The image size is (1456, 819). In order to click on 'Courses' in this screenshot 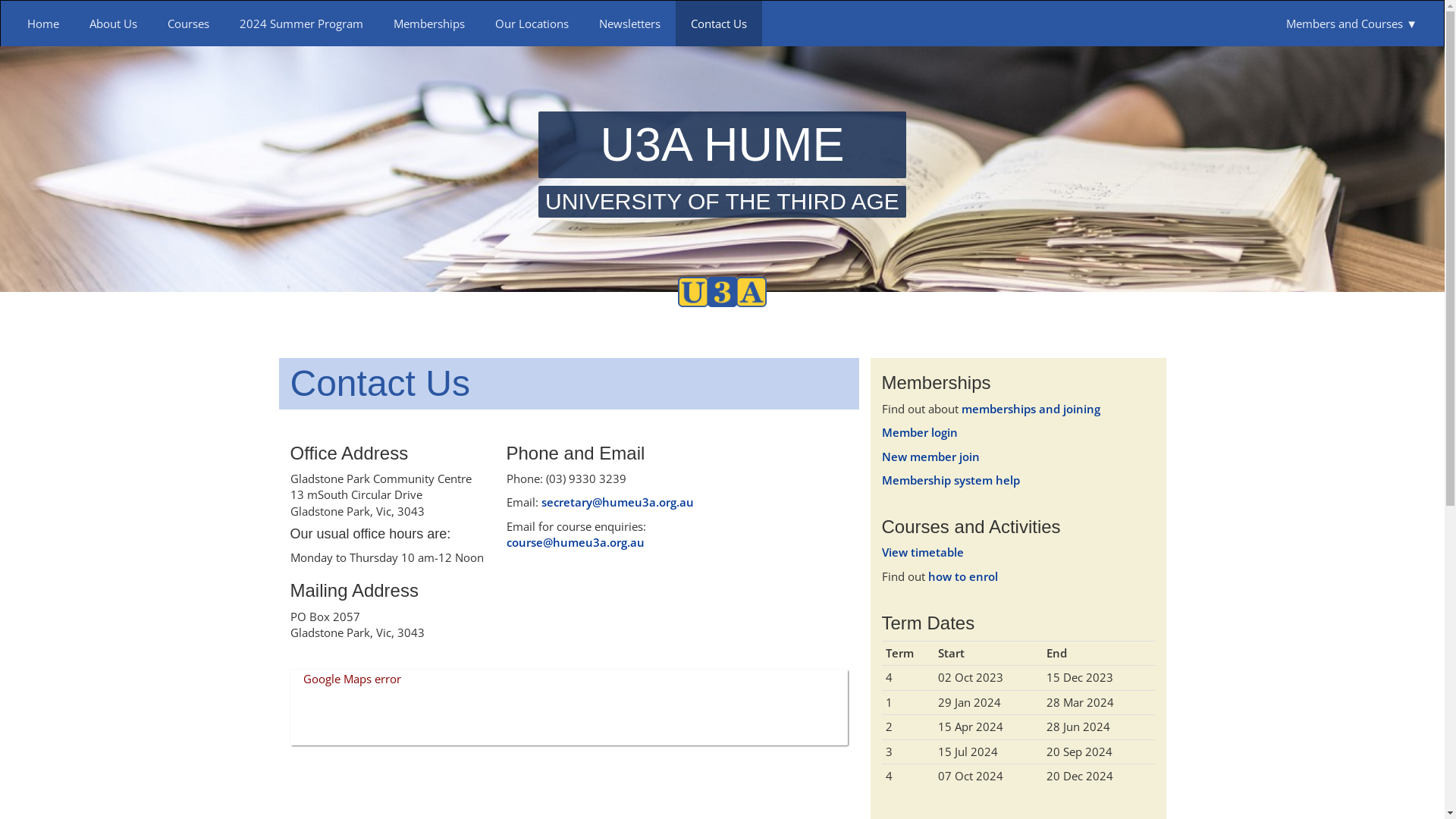, I will do `click(187, 23)`.